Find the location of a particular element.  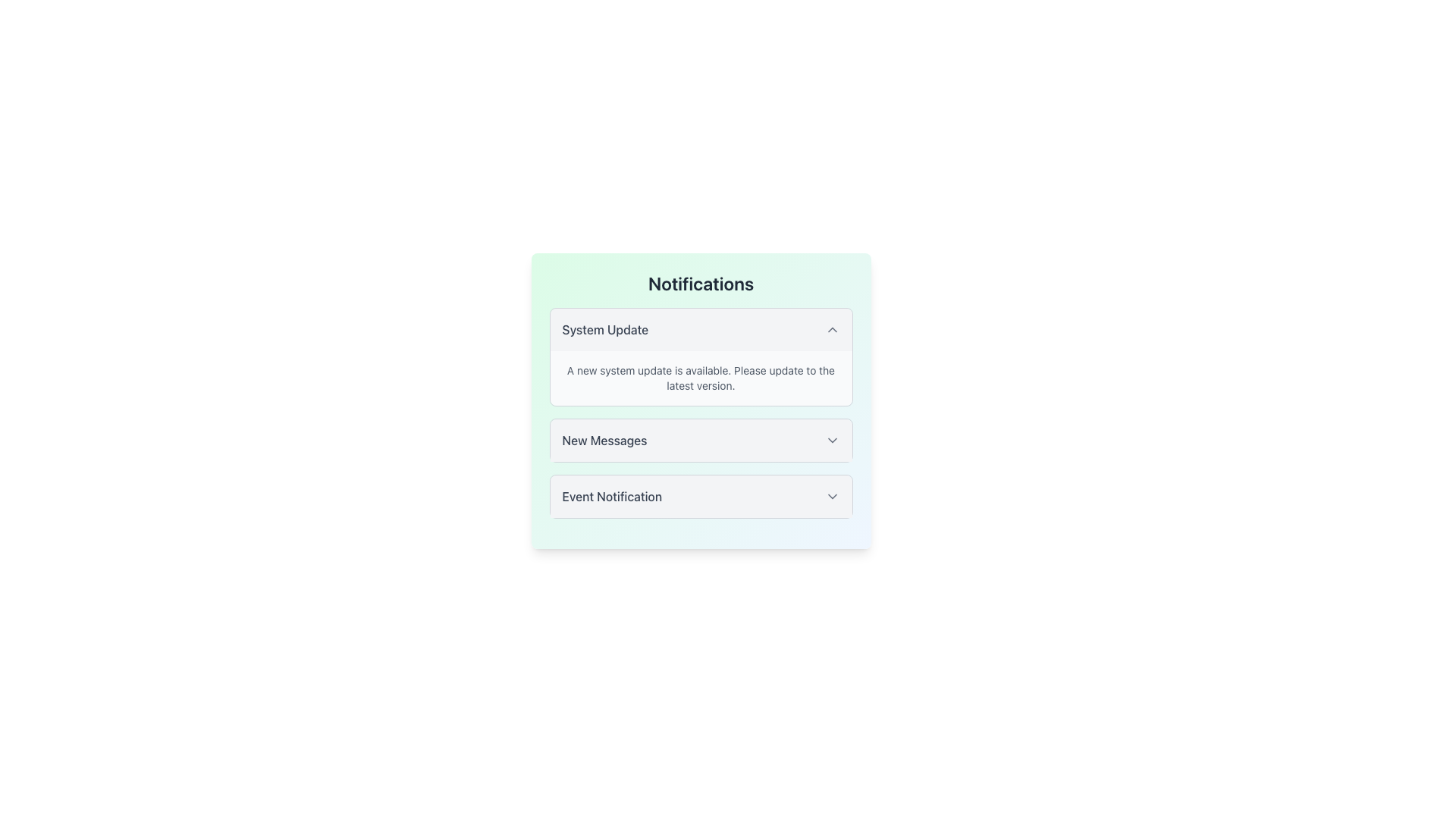

the first notification component titled 'System Update' in the expandable card section is located at coordinates (700, 400).